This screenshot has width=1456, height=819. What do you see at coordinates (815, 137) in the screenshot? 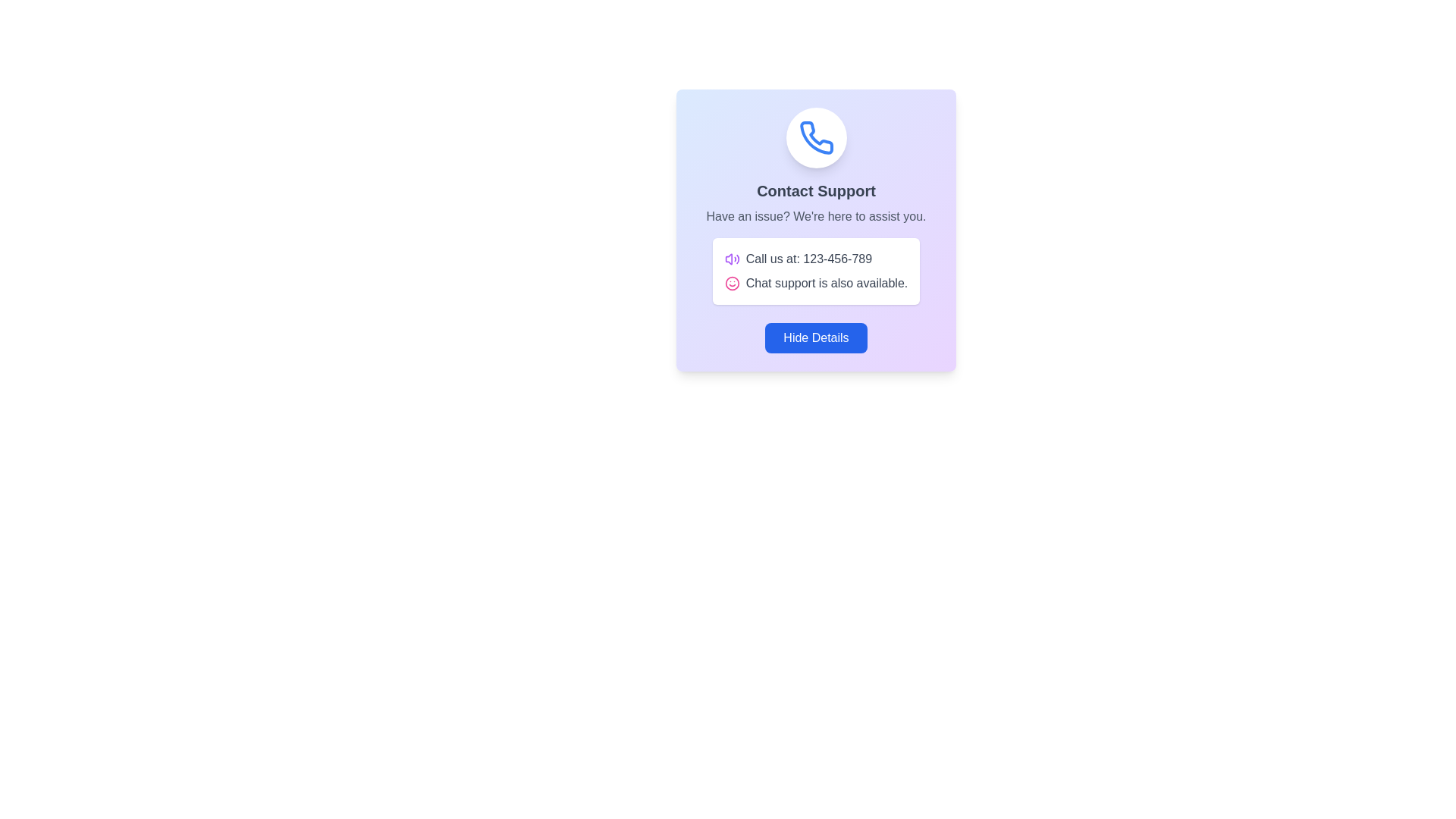
I see `the contact icon located at the top of the card-like dialog box, centered above the title 'Contact Support' for interaction` at bounding box center [815, 137].